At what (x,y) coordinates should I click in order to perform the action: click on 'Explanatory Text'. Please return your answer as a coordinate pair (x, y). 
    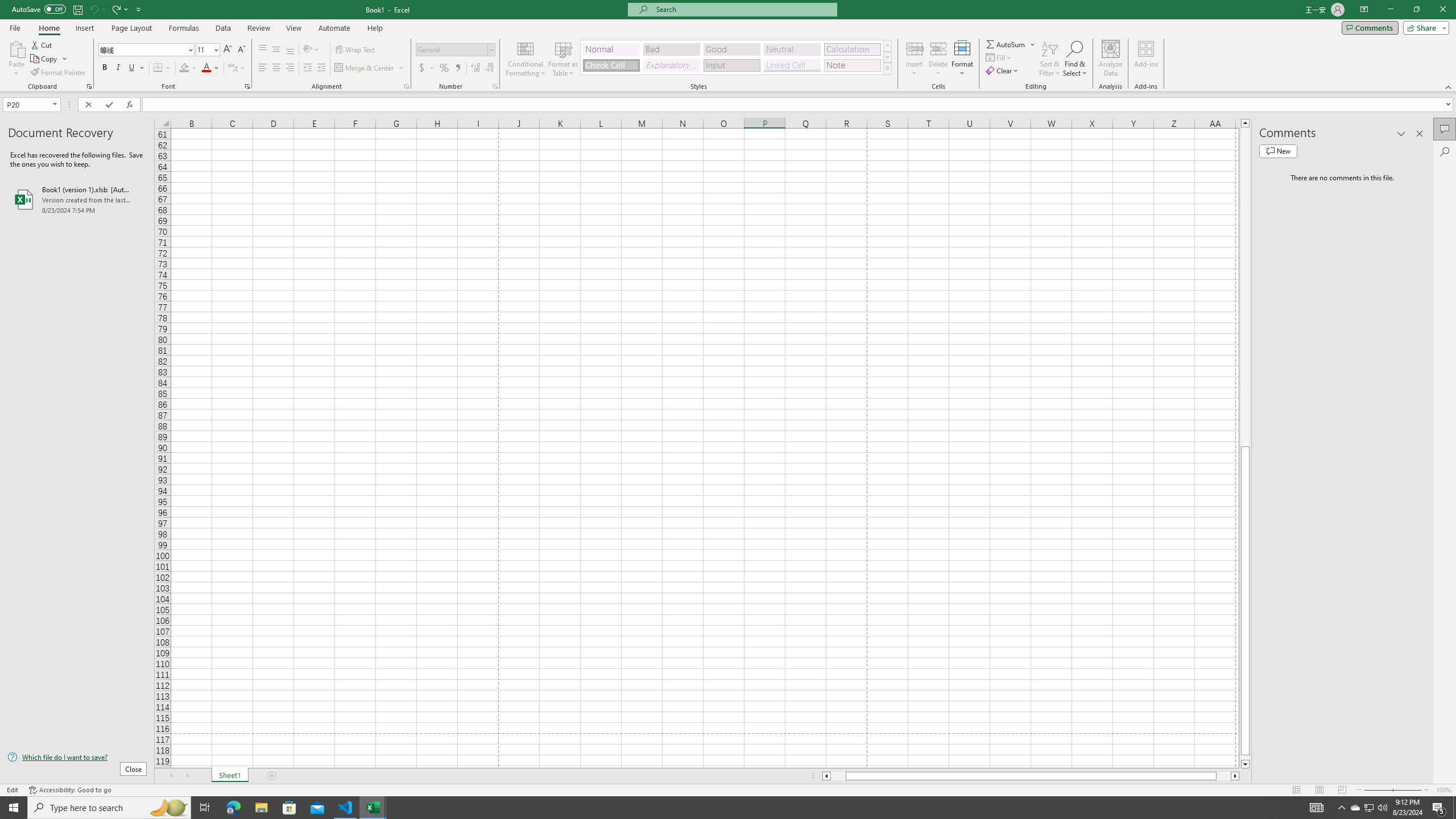
    Looking at the image, I should click on (672, 65).